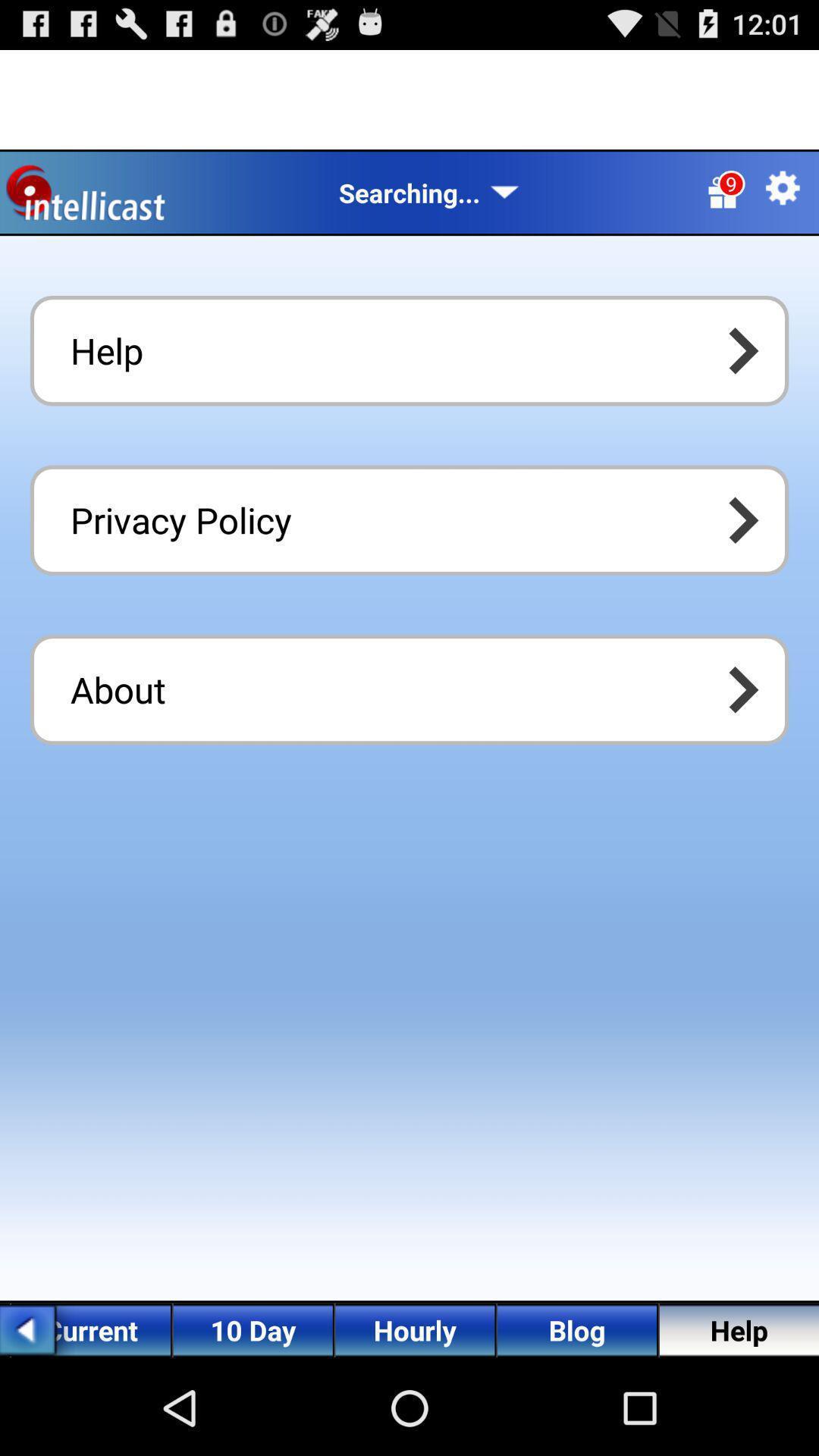  I want to click on the settings icon, so click(783, 200).